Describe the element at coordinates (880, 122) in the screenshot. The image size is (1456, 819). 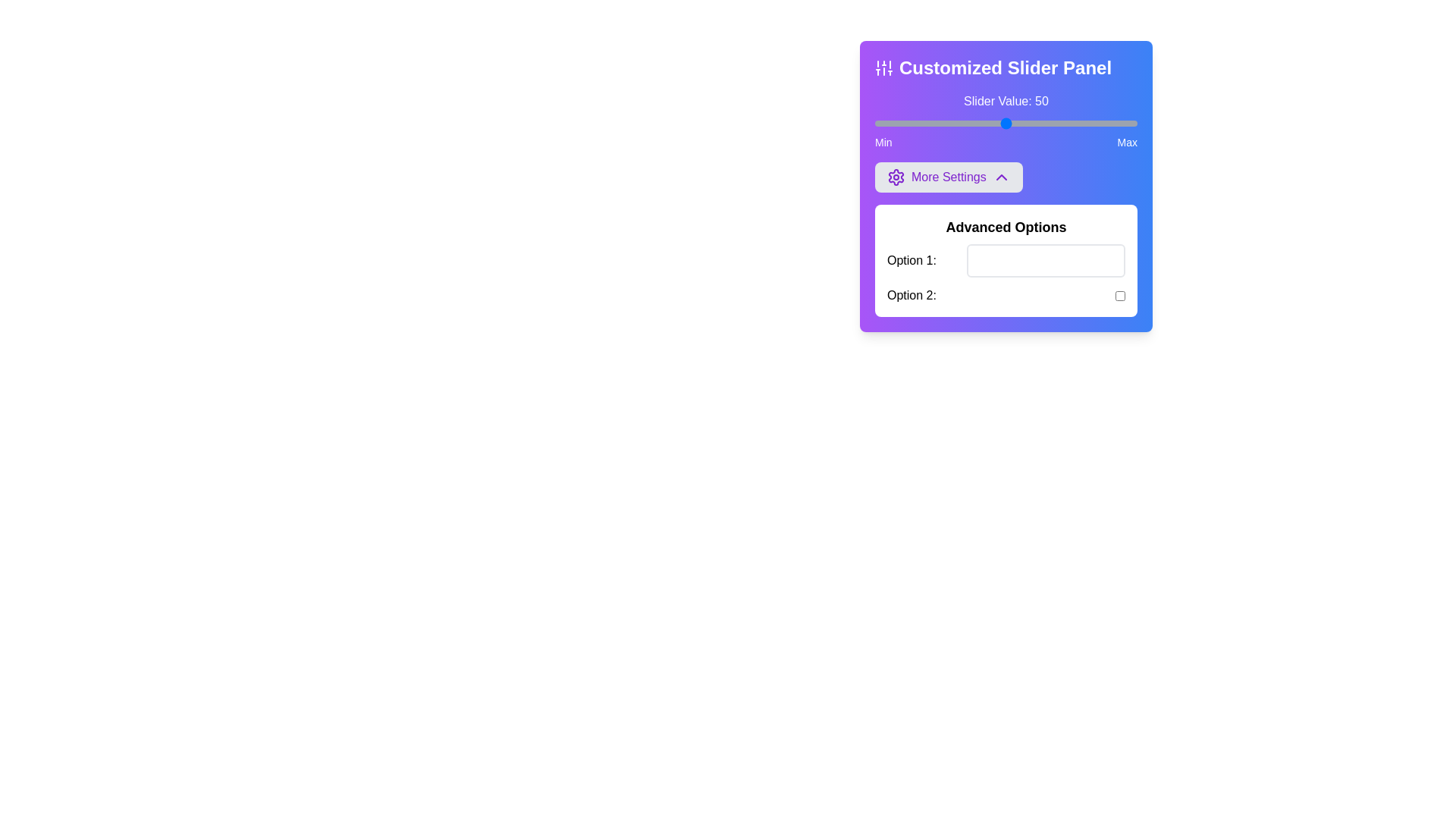
I see `the slider's value` at that location.